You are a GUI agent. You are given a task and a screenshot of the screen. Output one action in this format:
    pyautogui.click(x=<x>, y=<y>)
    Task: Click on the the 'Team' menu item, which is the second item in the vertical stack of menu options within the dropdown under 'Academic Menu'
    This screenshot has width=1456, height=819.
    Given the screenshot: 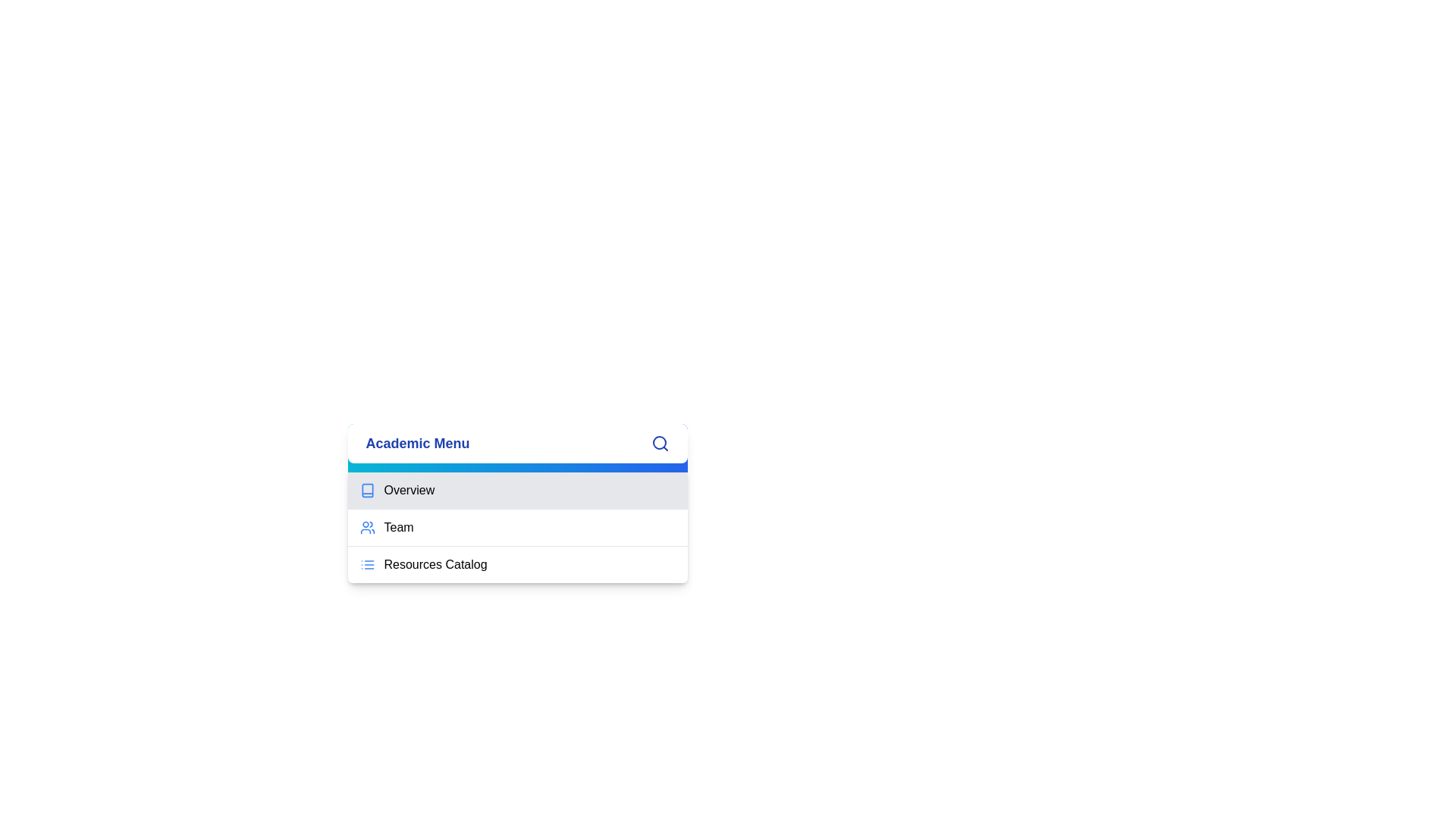 What is the action you would take?
    pyautogui.click(x=517, y=526)
    